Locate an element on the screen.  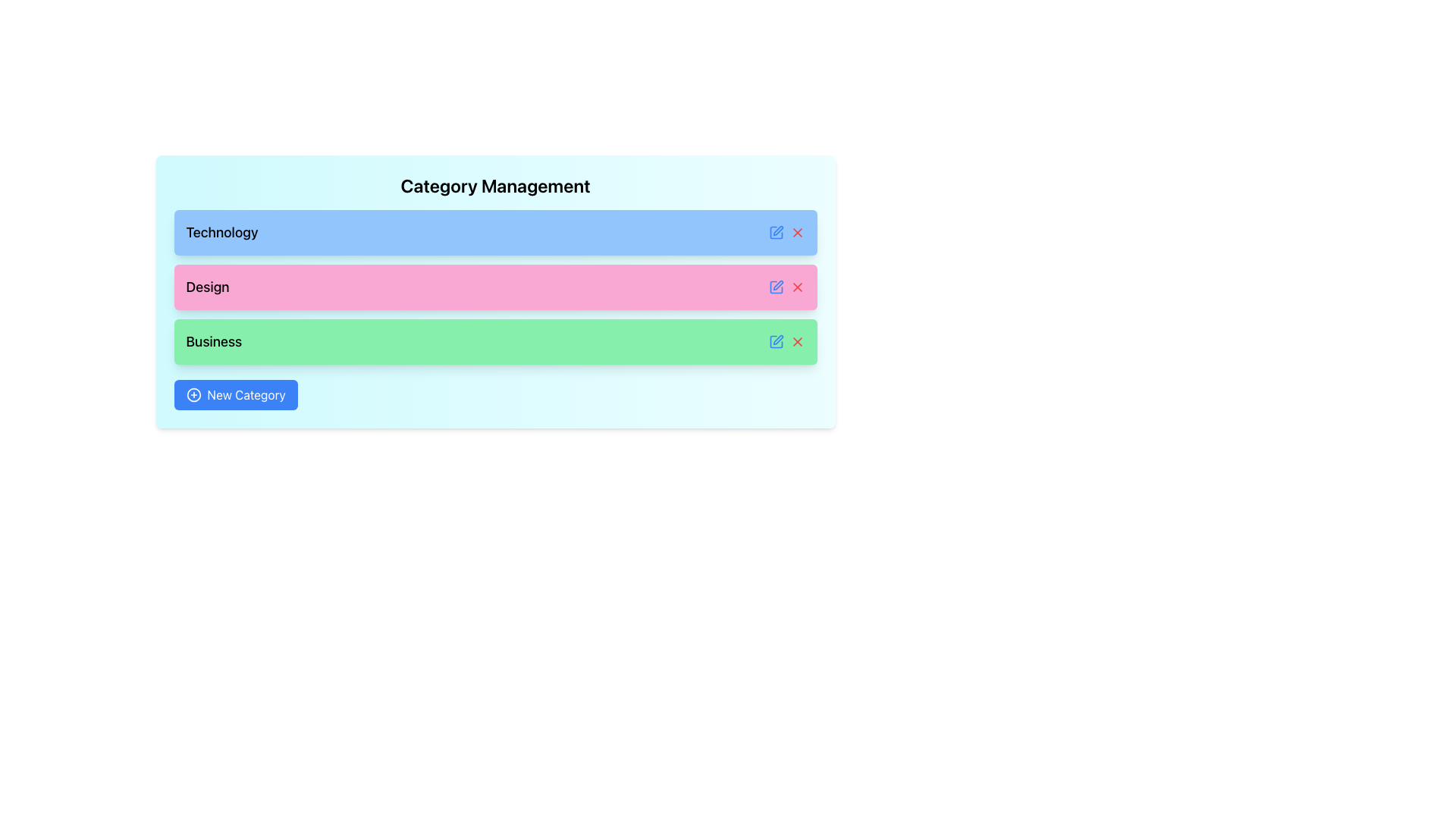
the circular plus icon within the 'New Category' button located in the bottom-left corner of the panel to interact with it is located at coordinates (192, 394).